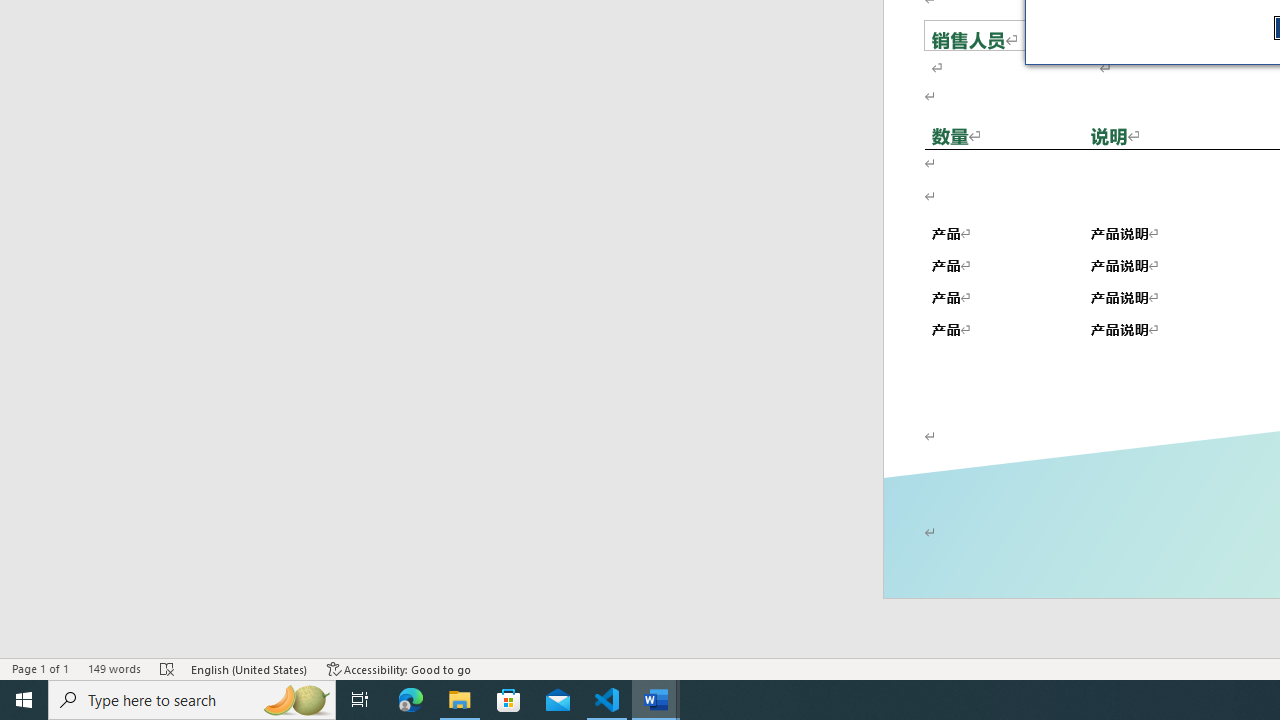 The width and height of the screenshot is (1280, 720). I want to click on 'Microsoft Edge', so click(410, 698).